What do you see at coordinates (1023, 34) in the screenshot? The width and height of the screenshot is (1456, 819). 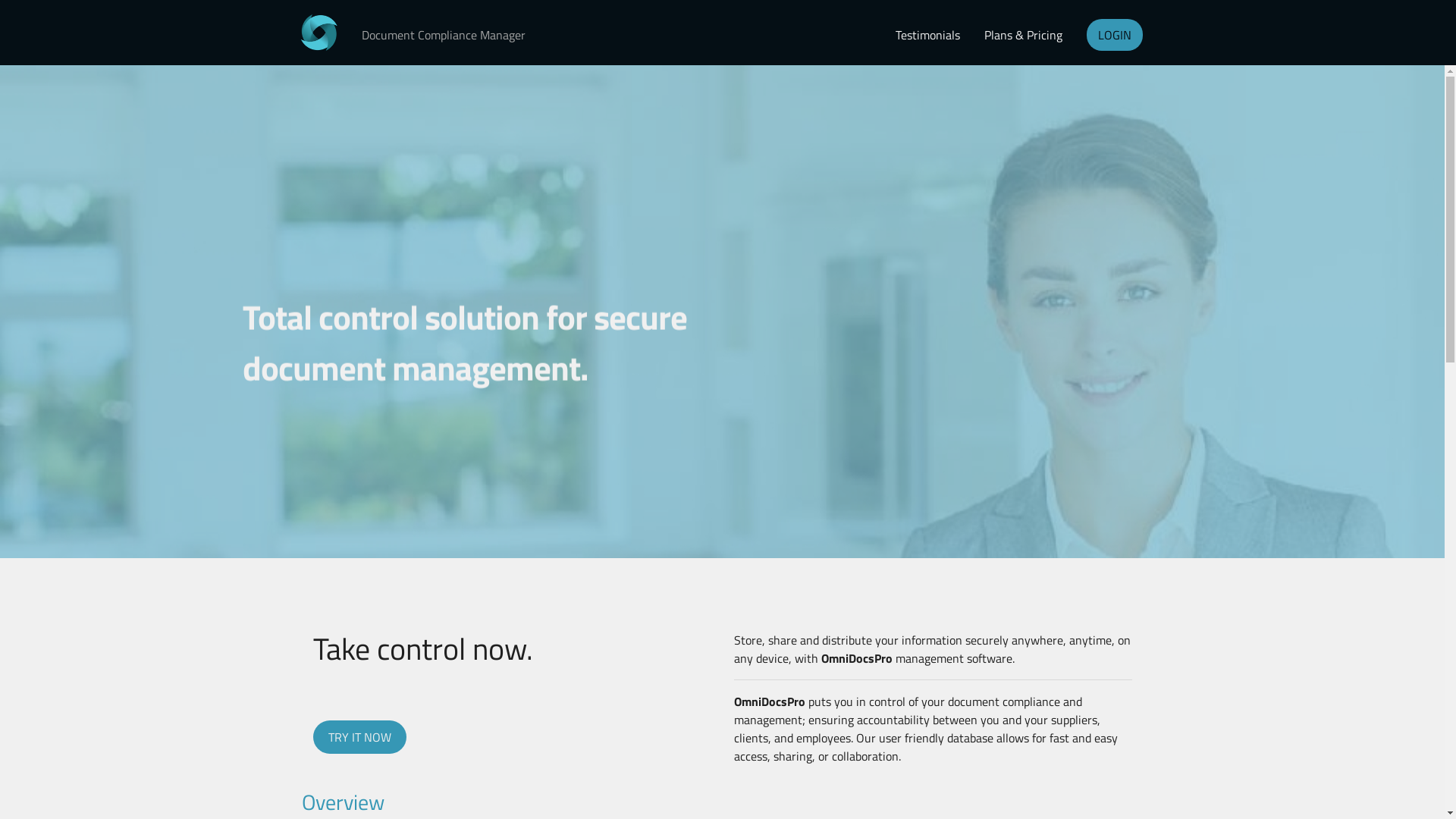 I see `'Plans & Pricing'` at bounding box center [1023, 34].